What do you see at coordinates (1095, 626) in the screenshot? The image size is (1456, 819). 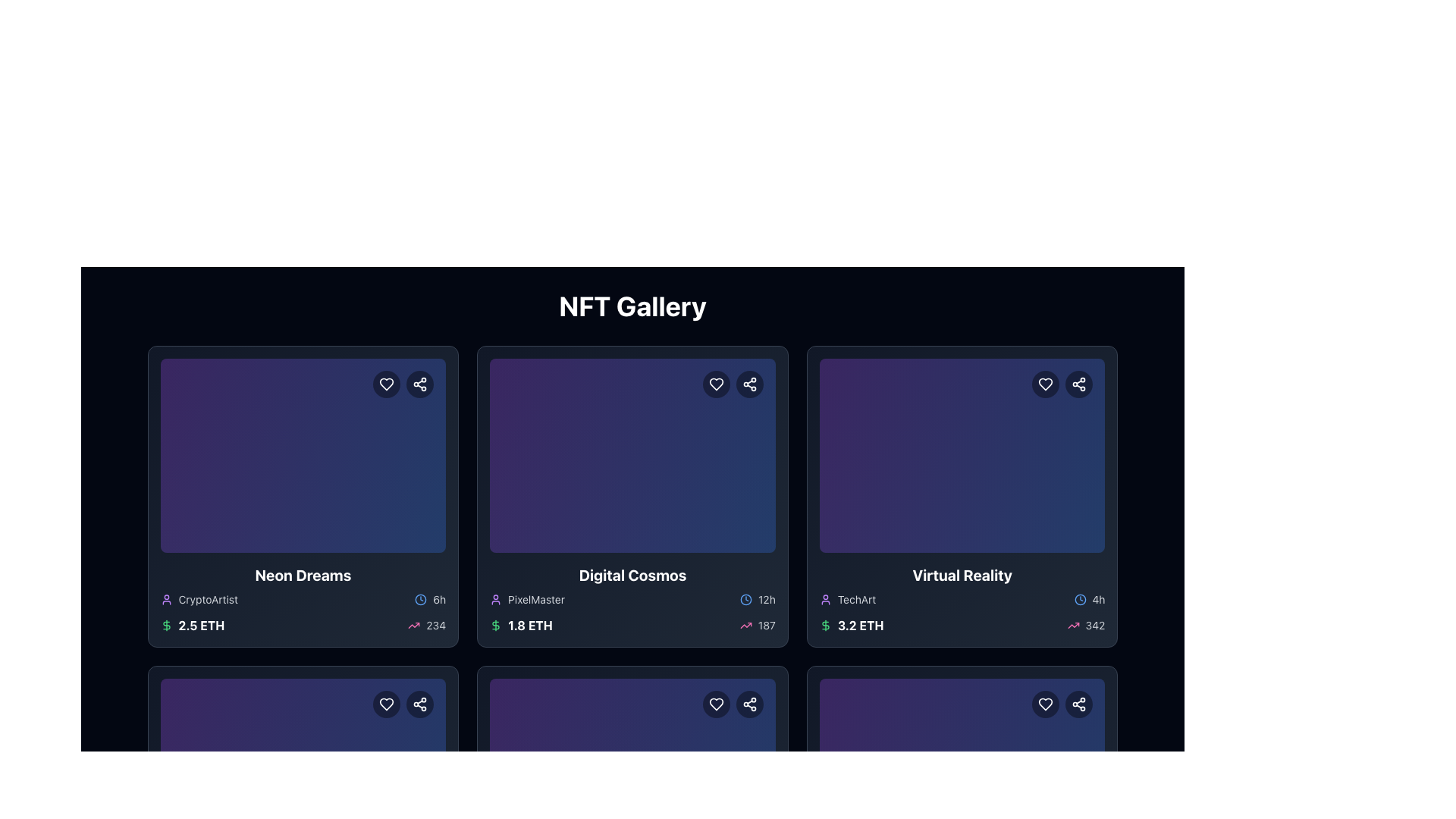 I see `the small text label displaying the number '342' in gray color, located at the bottom right of the card titled 'Virtual Reality'` at bounding box center [1095, 626].